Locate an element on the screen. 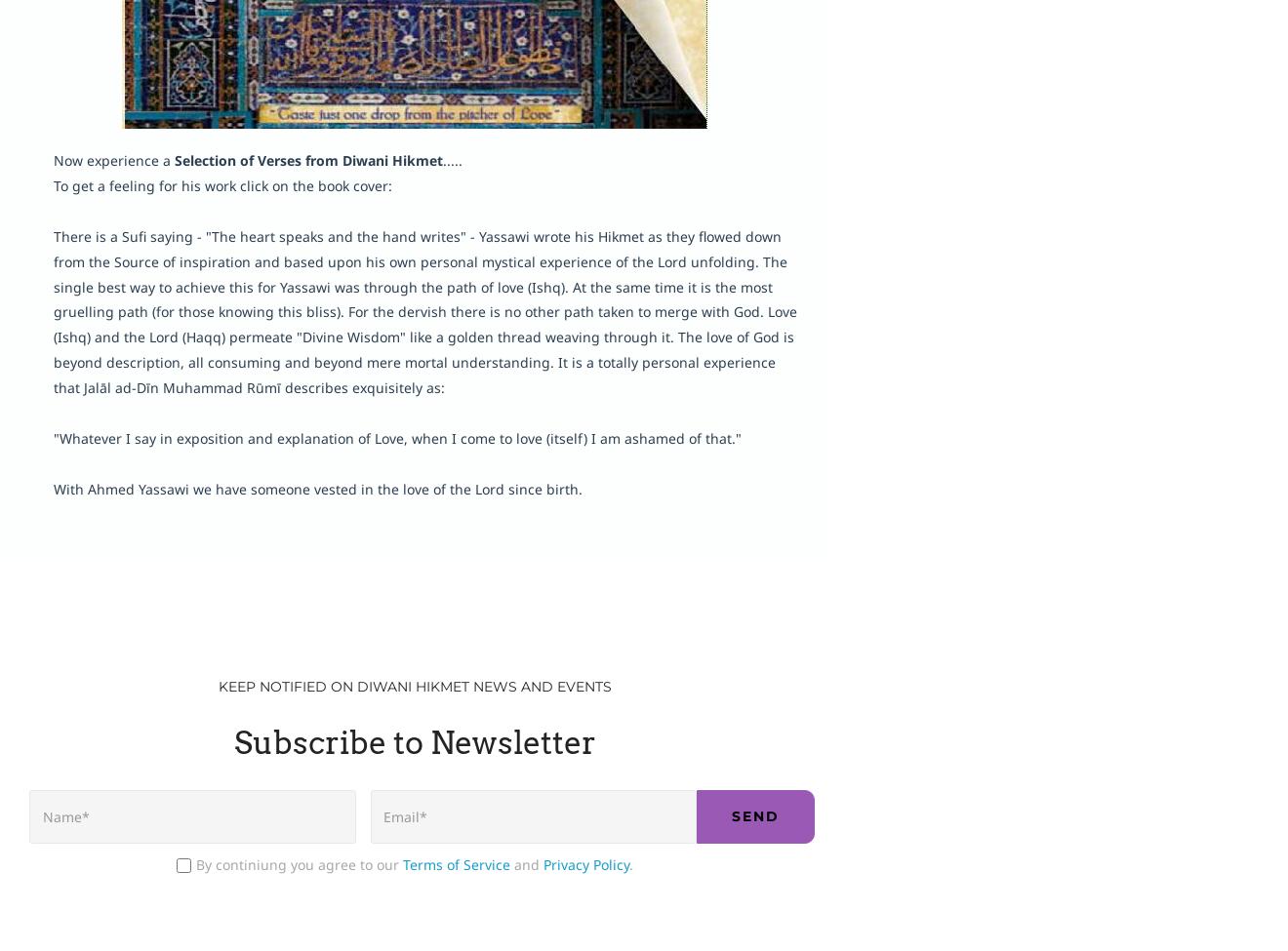  'Privacy Policy' is located at coordinates (585, 863).